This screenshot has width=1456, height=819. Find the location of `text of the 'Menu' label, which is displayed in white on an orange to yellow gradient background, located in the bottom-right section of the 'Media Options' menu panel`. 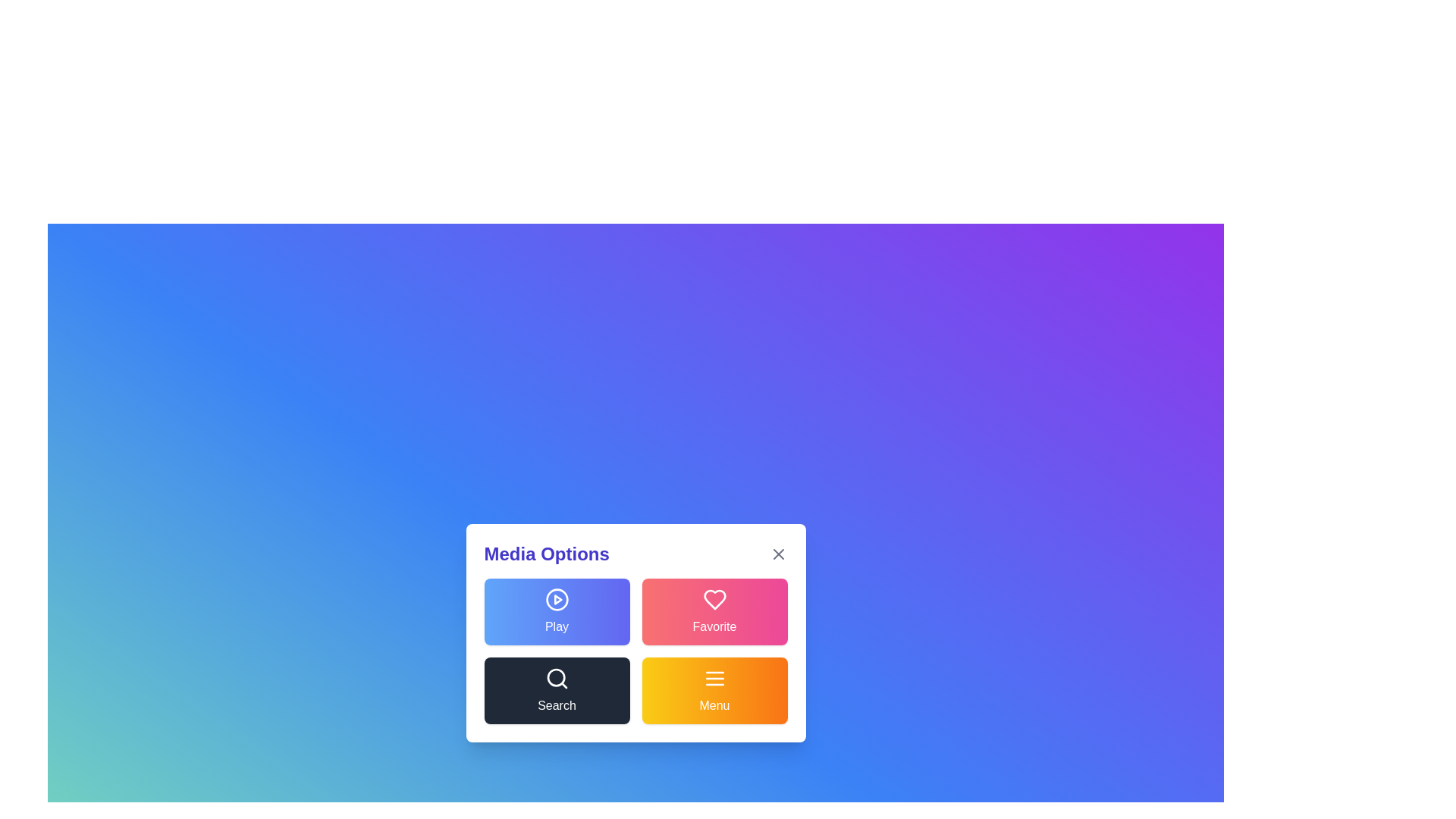

text of the 'Menu' label, which is displayed in white on an orange to yellow gradient background, located in the bottom-right section of the 'Media Options' menu panel is located at coordinates (714, 705).